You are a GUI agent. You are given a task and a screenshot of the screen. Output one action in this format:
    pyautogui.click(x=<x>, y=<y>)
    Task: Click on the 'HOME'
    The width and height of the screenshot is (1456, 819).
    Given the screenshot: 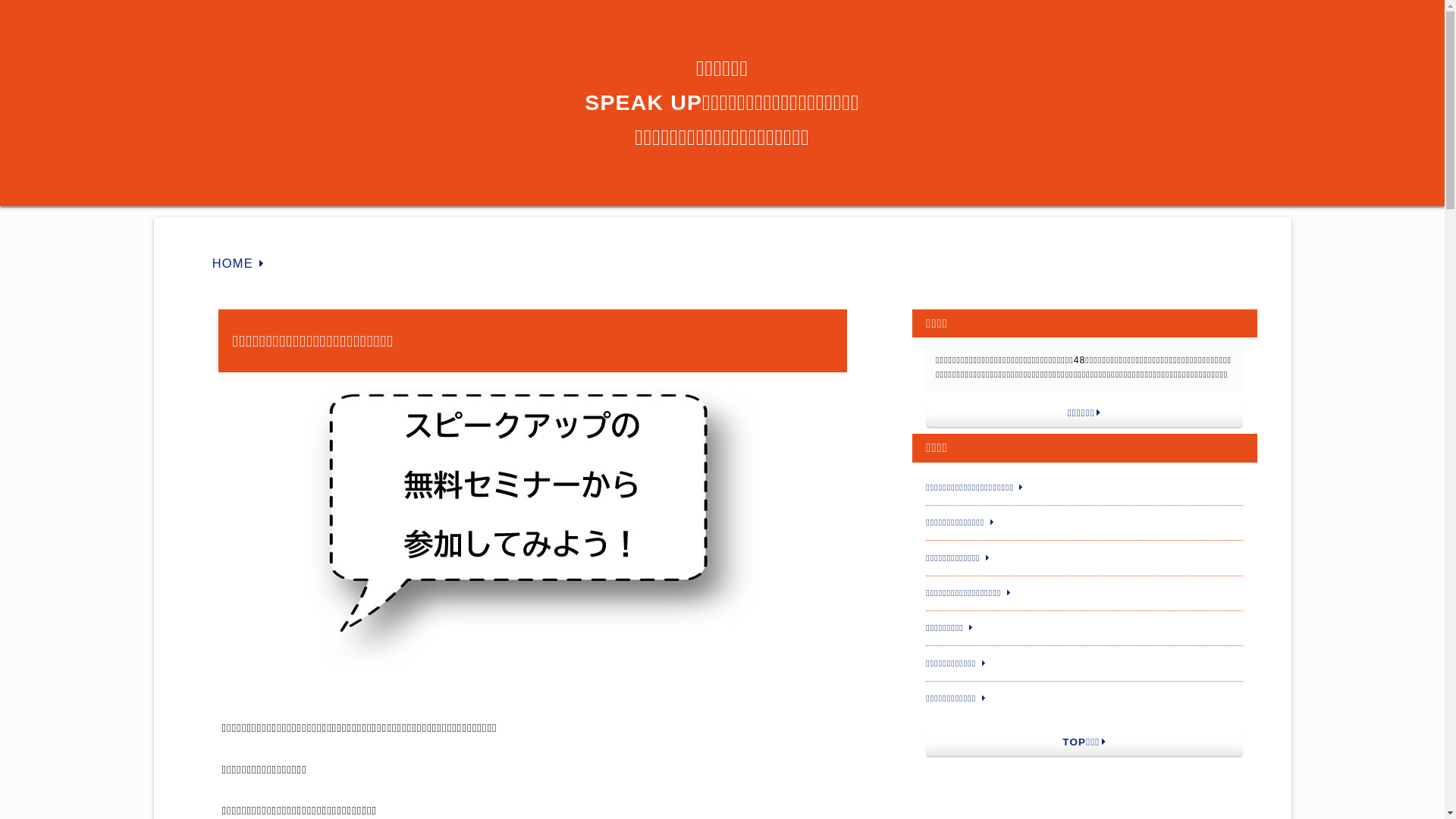 What is the action you would take?
    pyautogui.click(x=211, y=262)
    